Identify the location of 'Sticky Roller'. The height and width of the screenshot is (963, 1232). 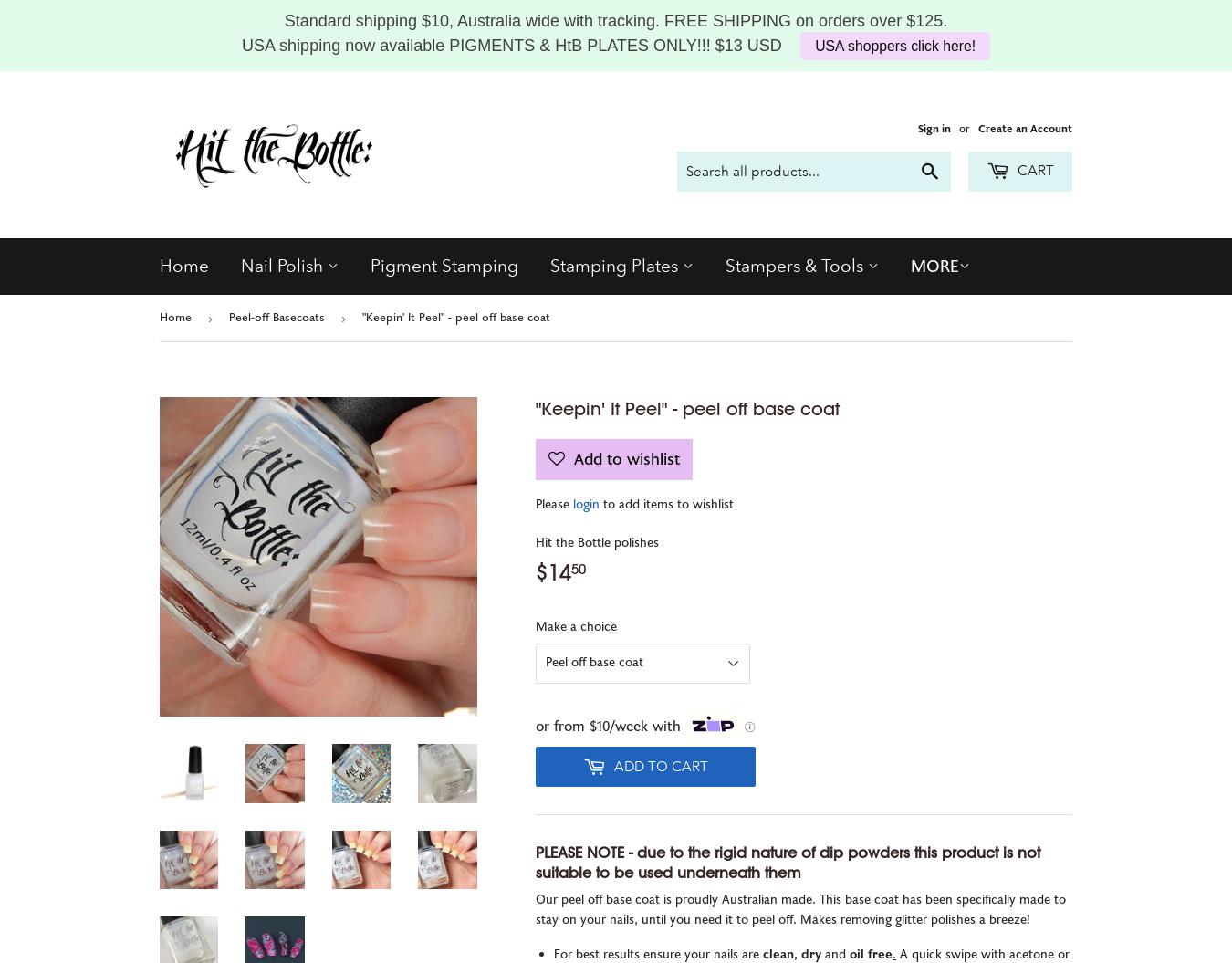
(726, 684).